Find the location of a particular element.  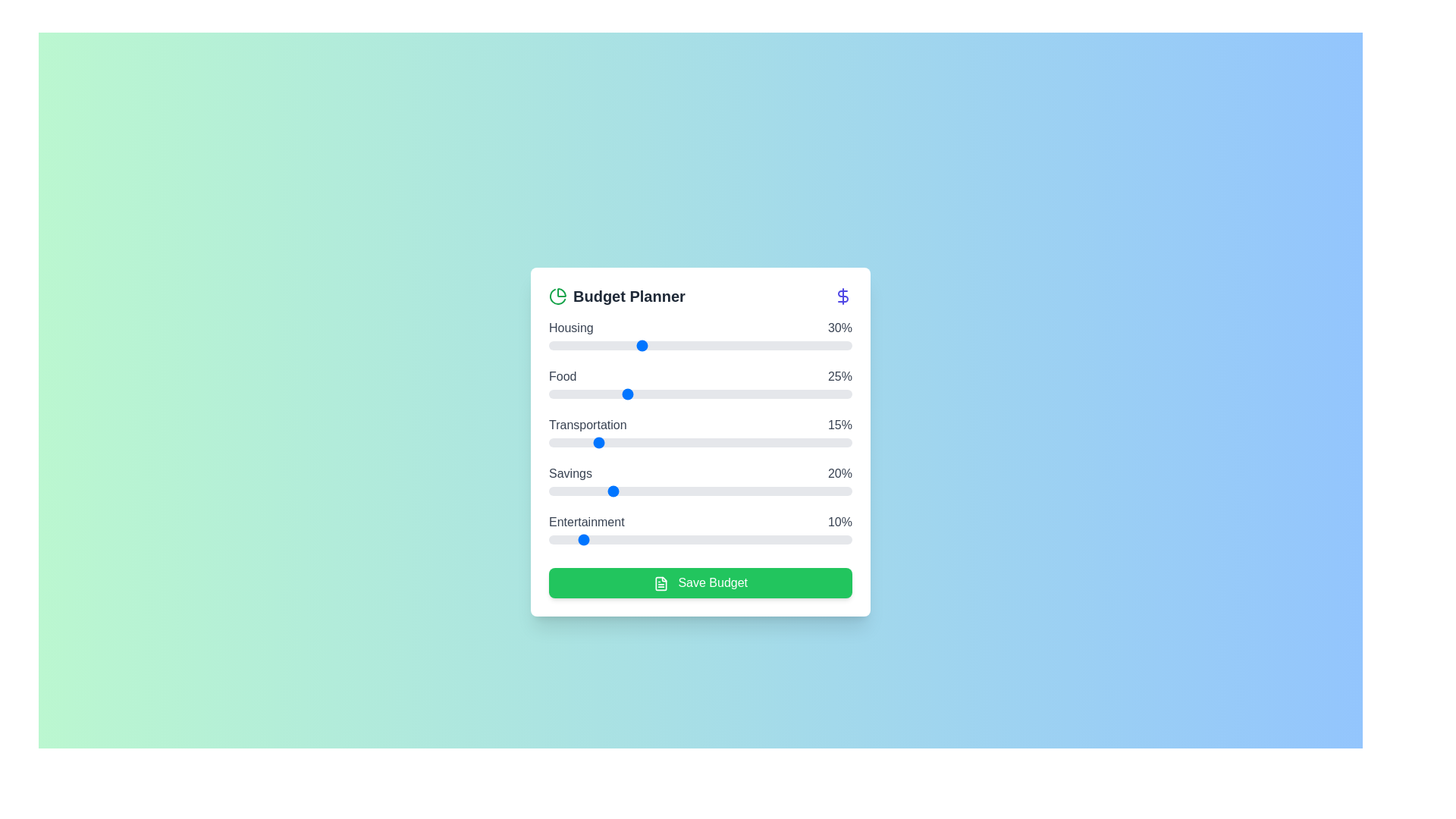

the 'Transportation' slider to 89% is located at coordinates (818, 442).